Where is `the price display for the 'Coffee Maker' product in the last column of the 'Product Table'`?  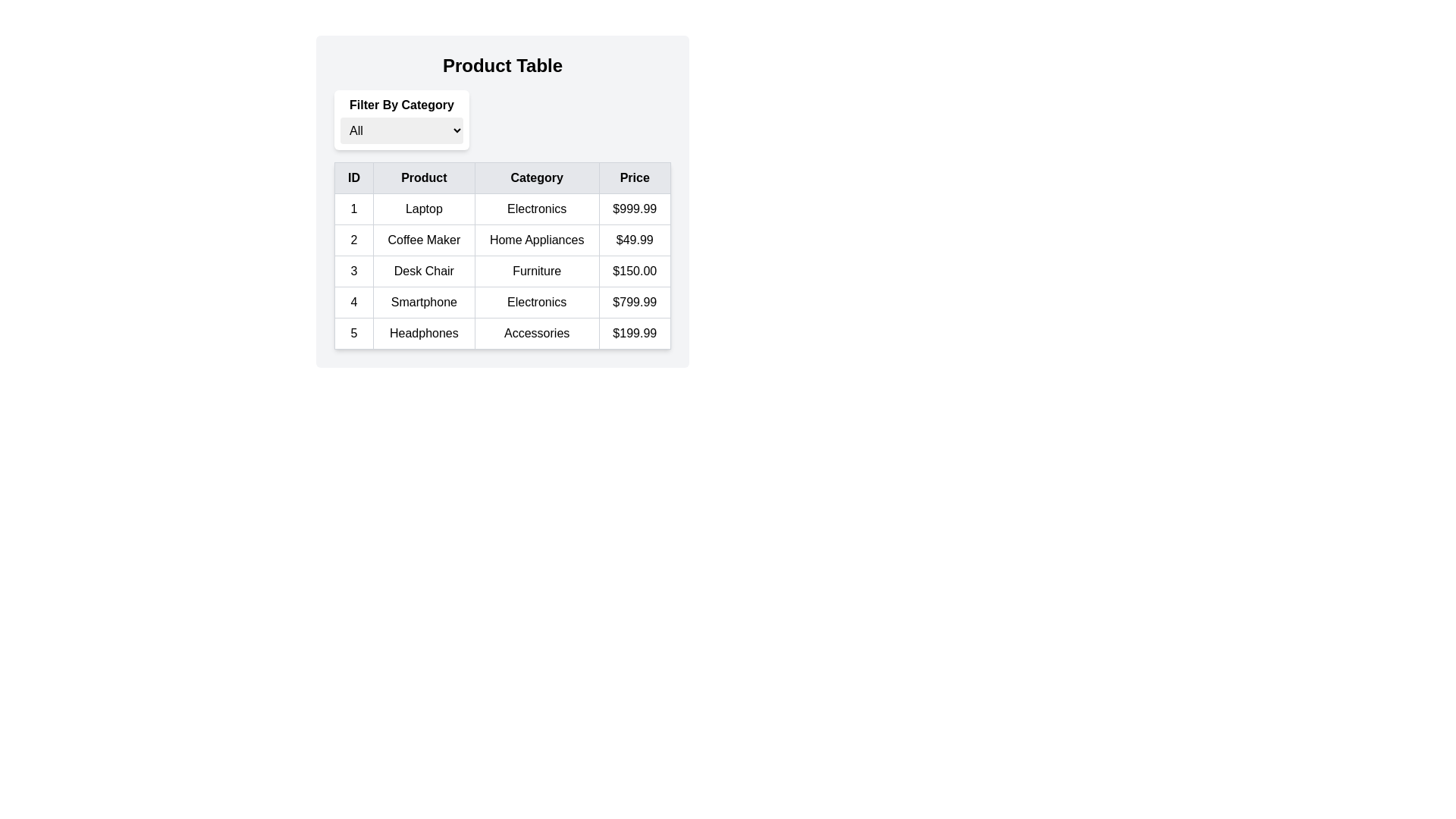
the price display for the 'Coffee Maker' product in the last column of the 'Product Table' is located at coordinates (635, 239).